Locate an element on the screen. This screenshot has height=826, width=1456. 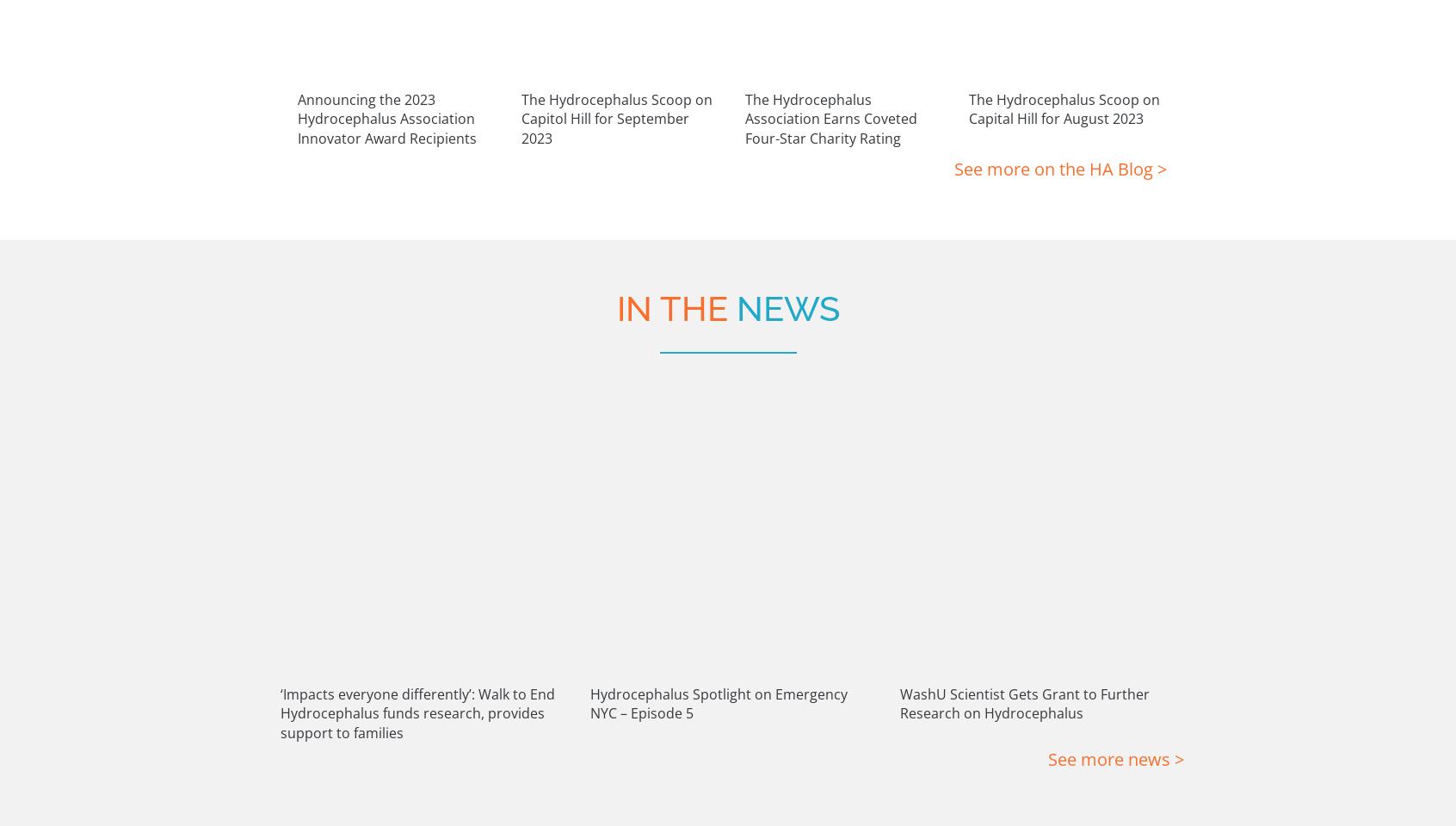
'4340 East West Highway, Suite 905' is located at coordinates (547, 675).